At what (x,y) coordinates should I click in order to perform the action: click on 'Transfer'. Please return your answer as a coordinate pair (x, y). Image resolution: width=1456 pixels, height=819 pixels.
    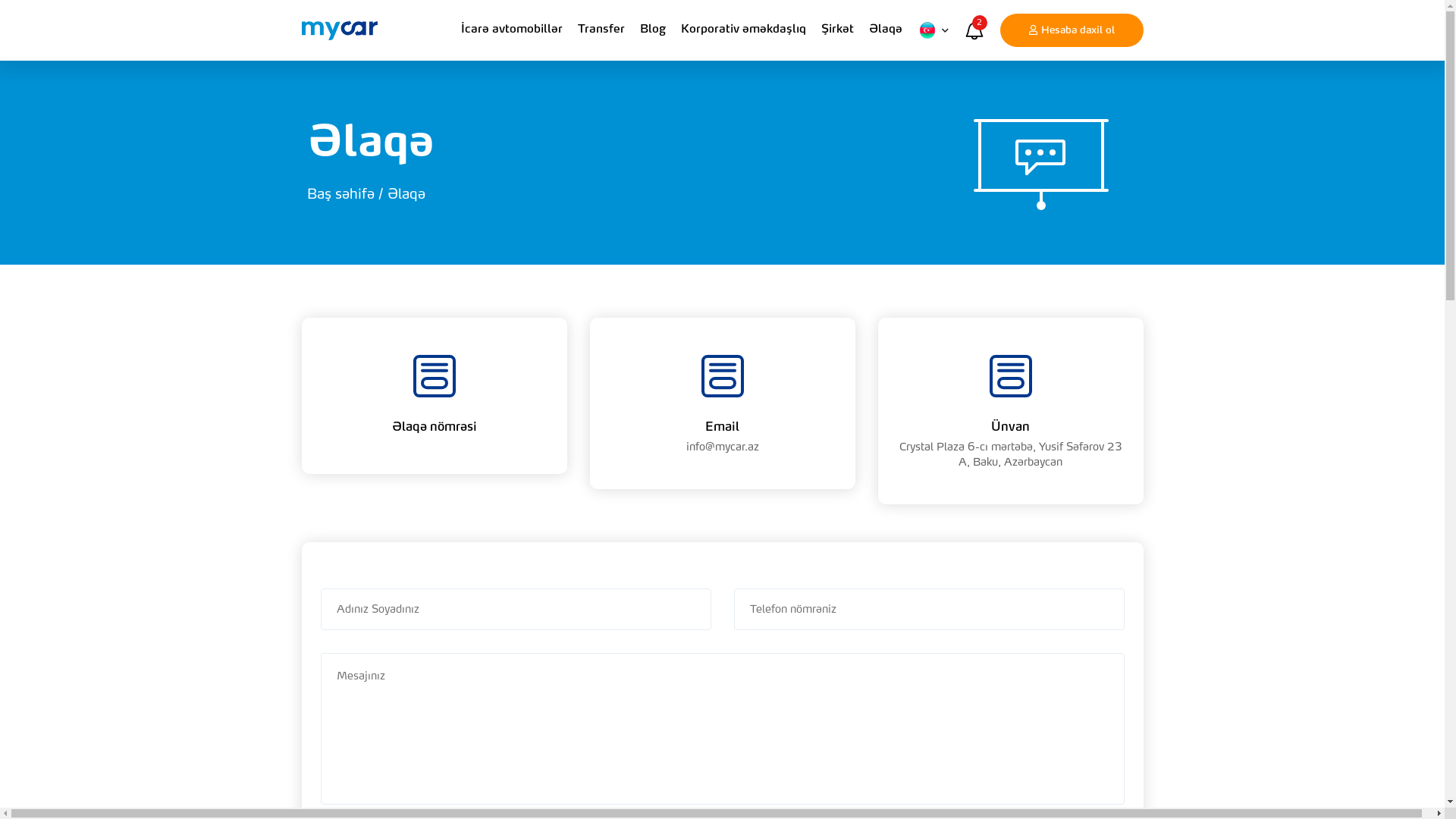
    Looking at the image, I should click on (600, 30).